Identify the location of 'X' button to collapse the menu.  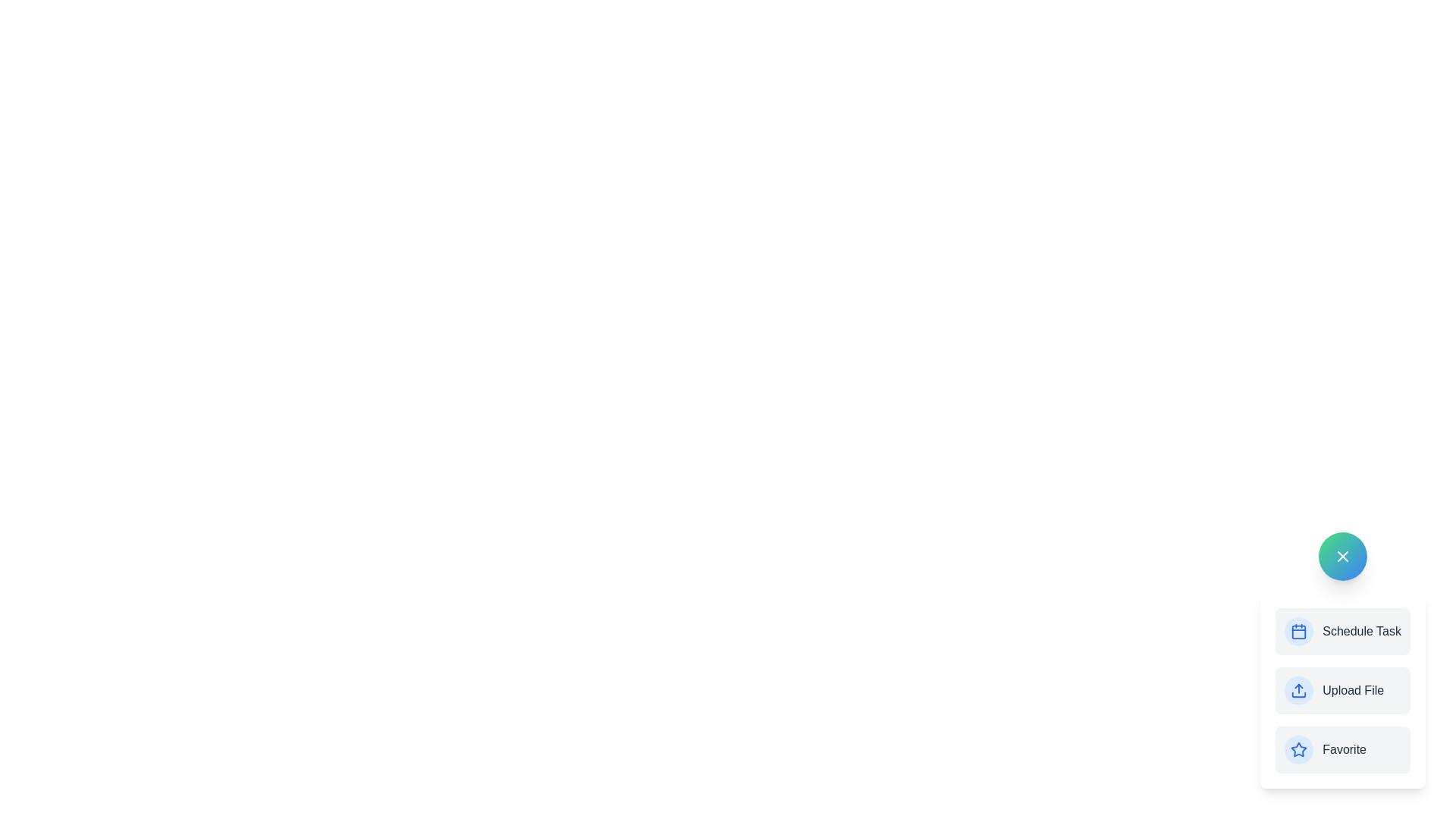
(1343, 556).